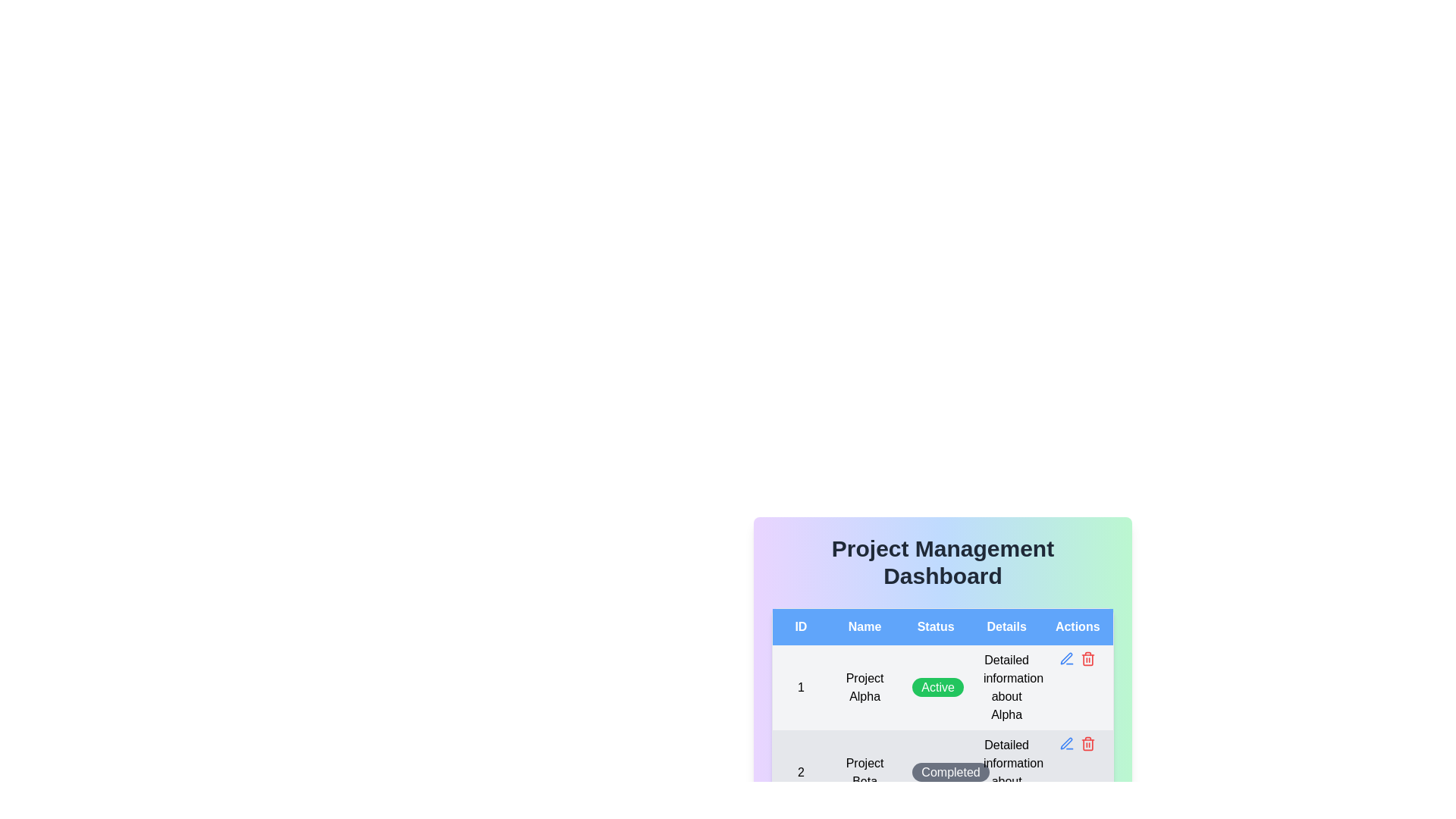 This screenshot has width=1456, height=819. Describe the element at coordinates (935, 626) in the screenshot. I see `the 'Status' text label, which is displayed in white font on a blue rectangular background and is the third item in a horizontal row of column headers in a table layout` at that location.